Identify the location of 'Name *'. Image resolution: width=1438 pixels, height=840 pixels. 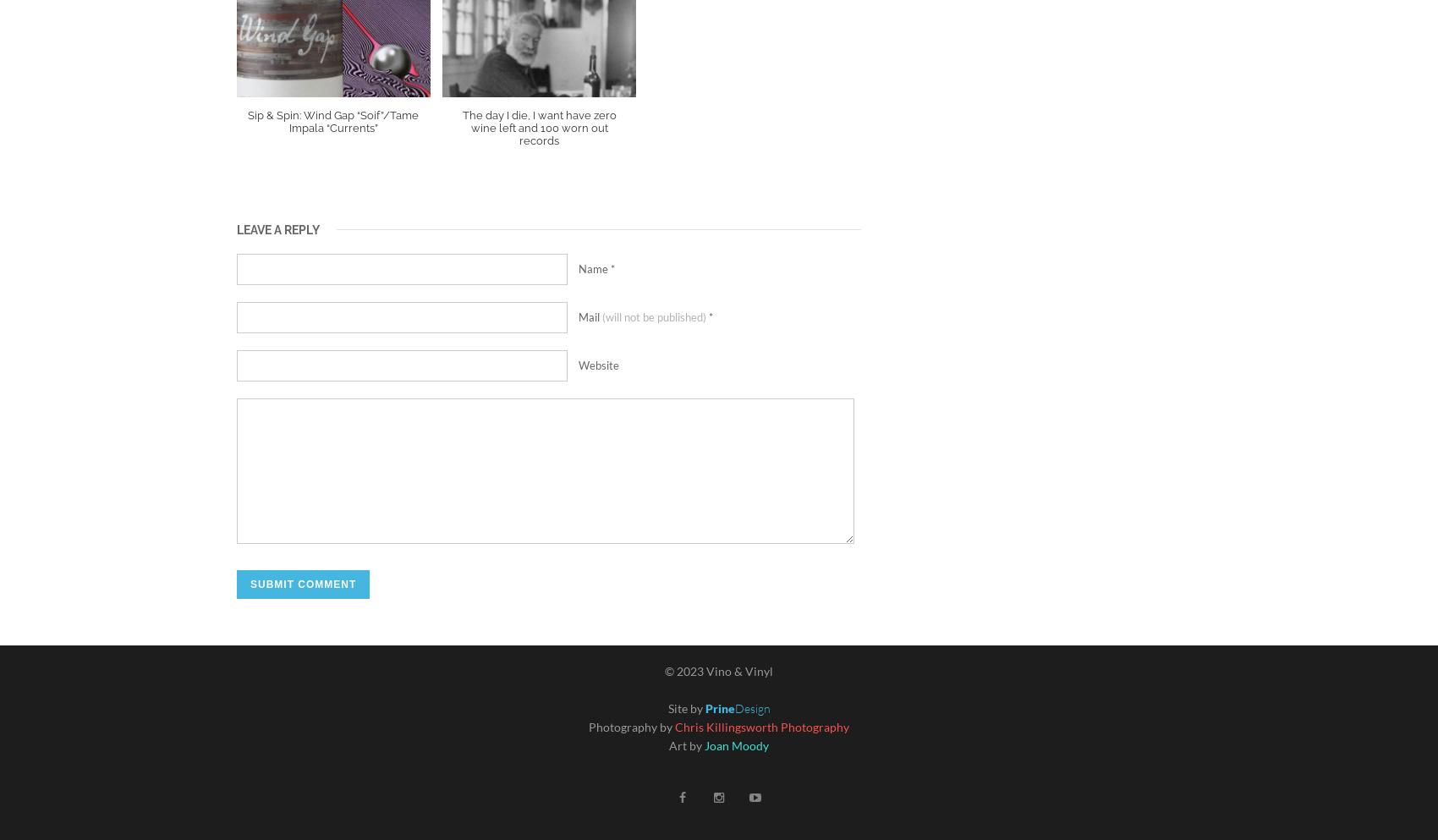
(596, 266).